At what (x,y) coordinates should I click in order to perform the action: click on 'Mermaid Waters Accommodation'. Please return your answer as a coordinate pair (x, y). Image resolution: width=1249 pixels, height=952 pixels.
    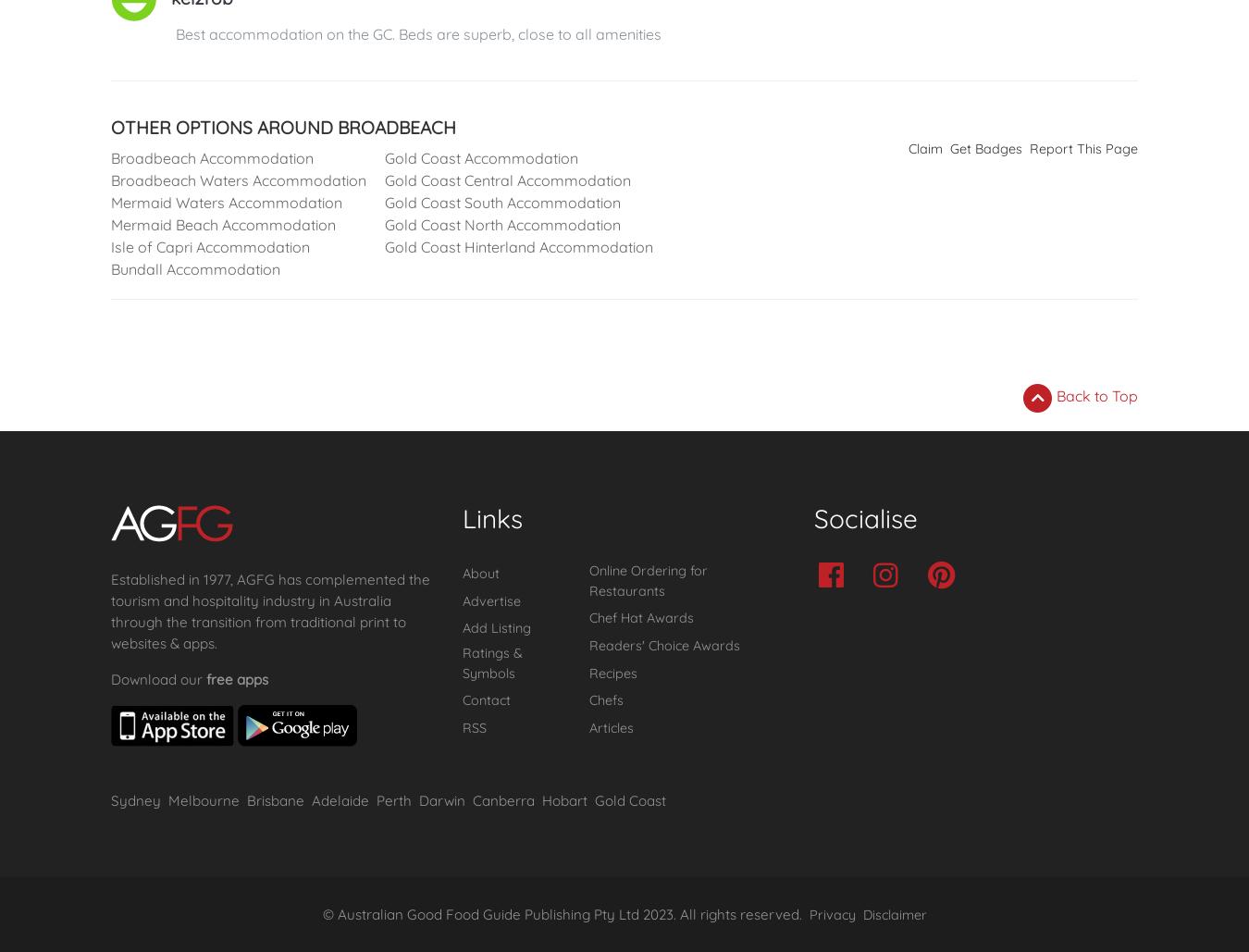
    Looking at the image, I should click on (226, 202).